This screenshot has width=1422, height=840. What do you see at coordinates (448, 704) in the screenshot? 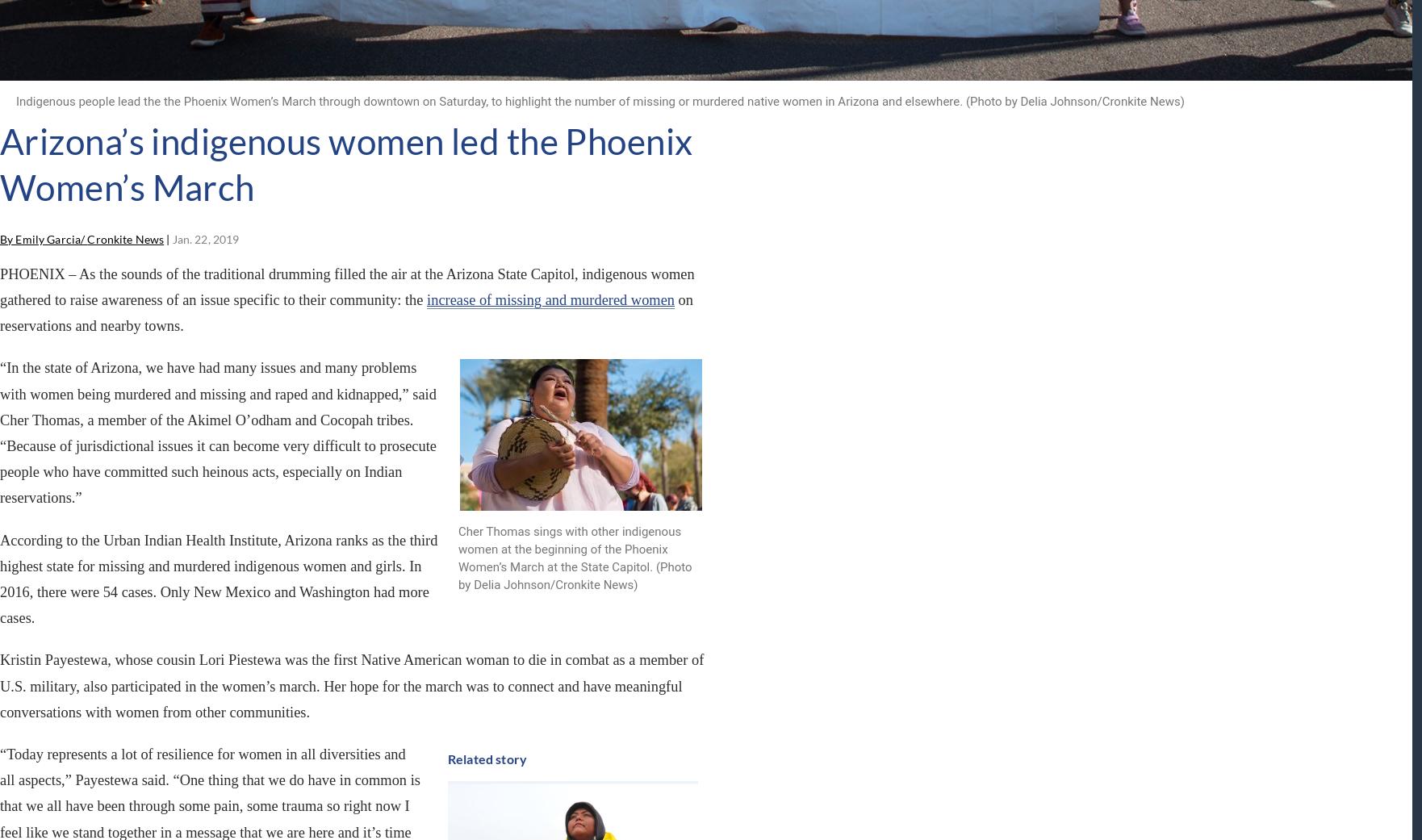
I see `'Cronkite News content'` at bounding box center [448, 704].